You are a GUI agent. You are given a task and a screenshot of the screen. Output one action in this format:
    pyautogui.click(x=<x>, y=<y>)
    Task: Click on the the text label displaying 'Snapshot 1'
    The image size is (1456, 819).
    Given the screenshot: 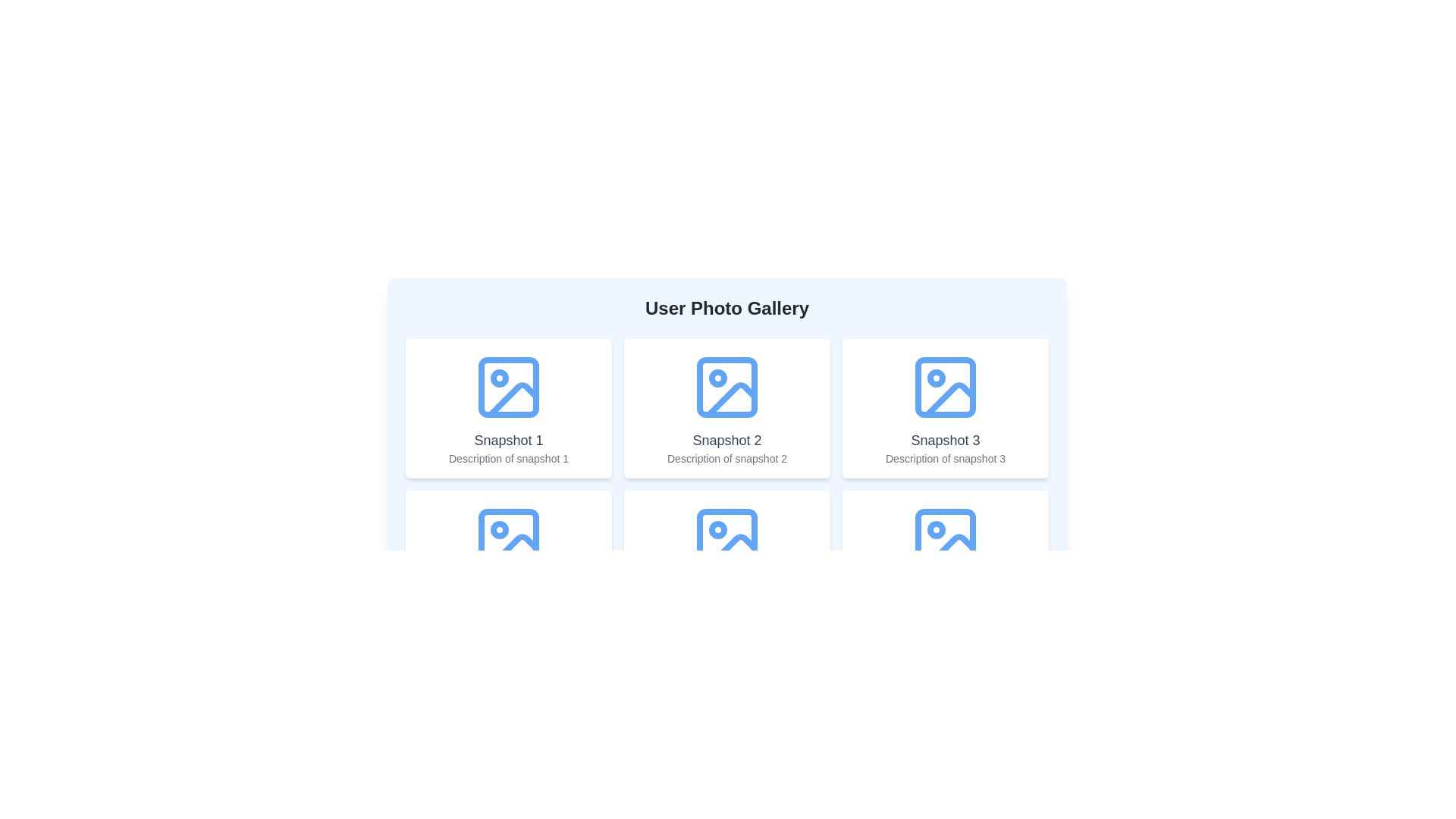 What is the action you would take?
    pyautogui.click(x=509, y=441)
    